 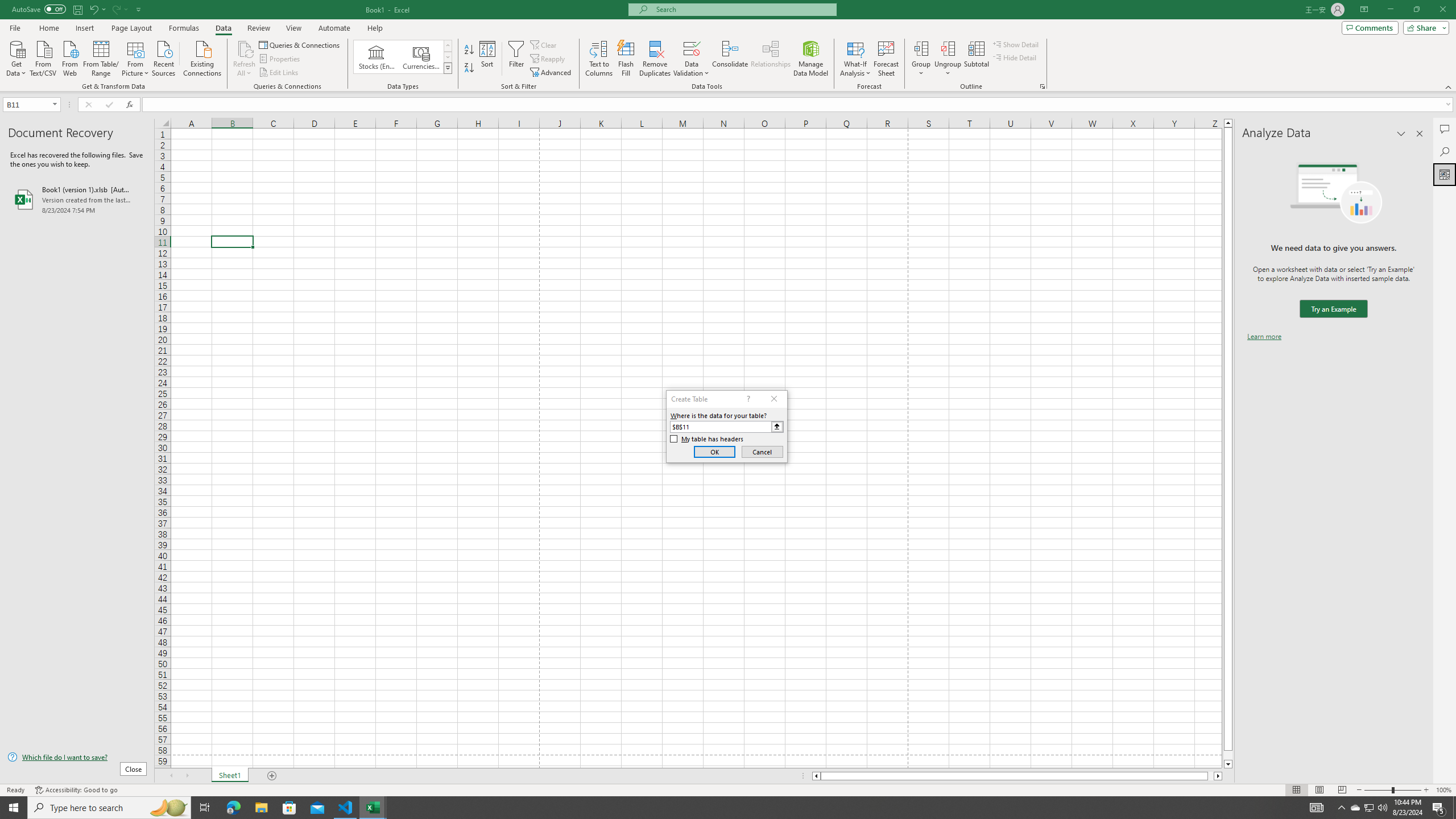 What do you see at coordinates (976, 59) in the screenshot?
I see `'Subtotal'` at bounding box center [976, 59].